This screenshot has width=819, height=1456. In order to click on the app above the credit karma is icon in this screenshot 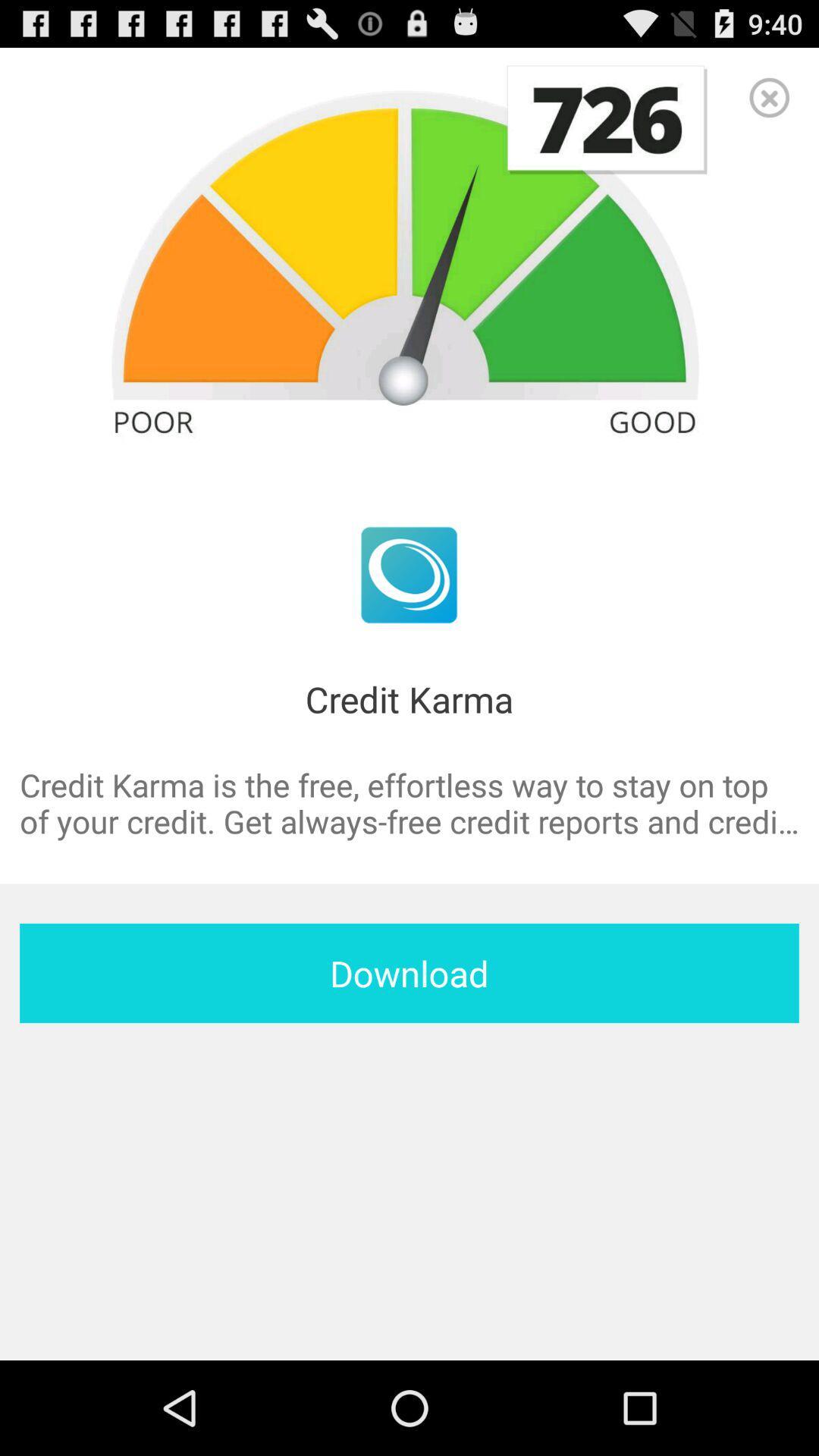, I will do `click(769, 96)`.